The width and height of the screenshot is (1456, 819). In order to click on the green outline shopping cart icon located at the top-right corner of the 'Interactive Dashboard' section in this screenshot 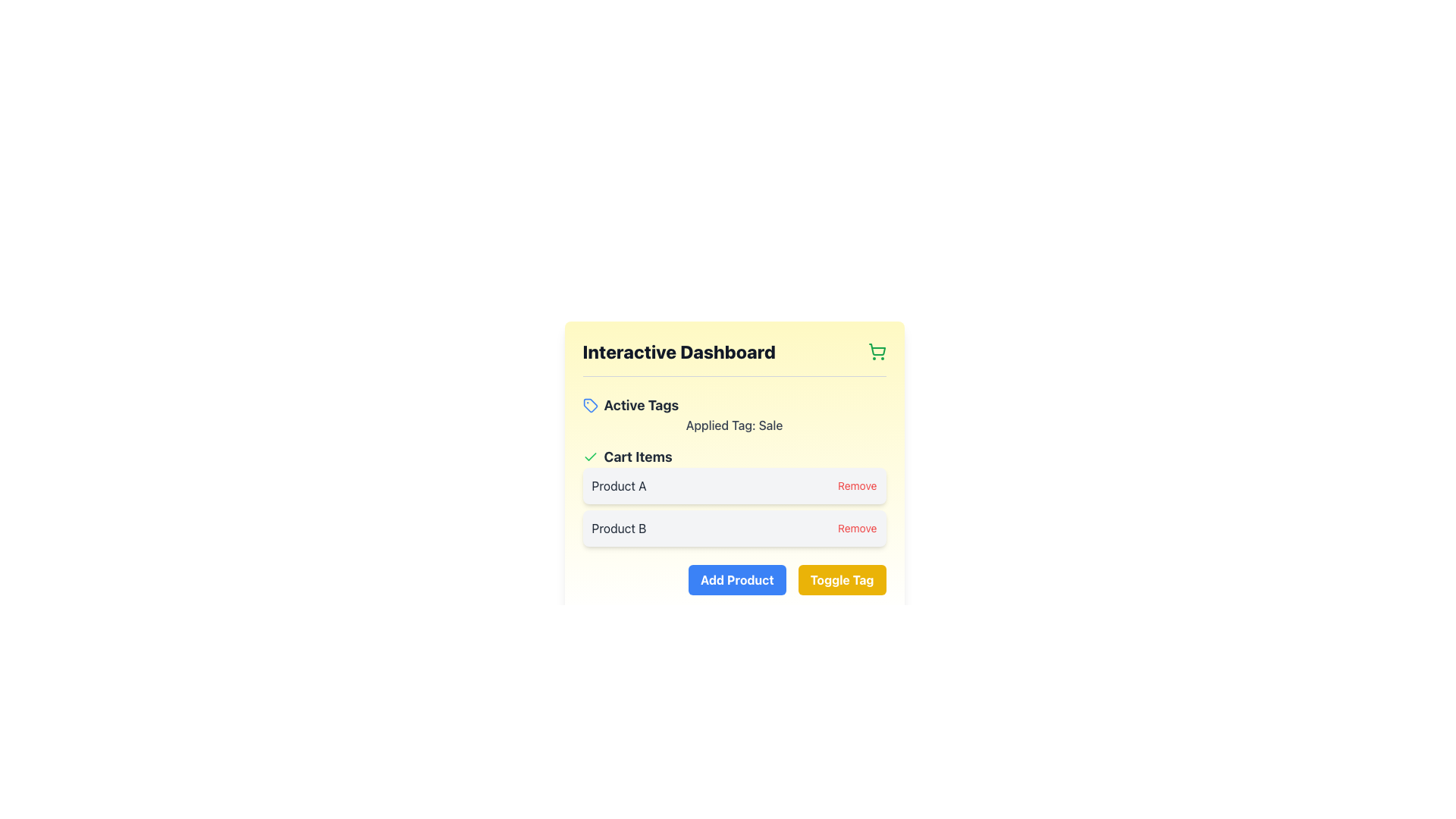, I will do `click(877, 351)`.